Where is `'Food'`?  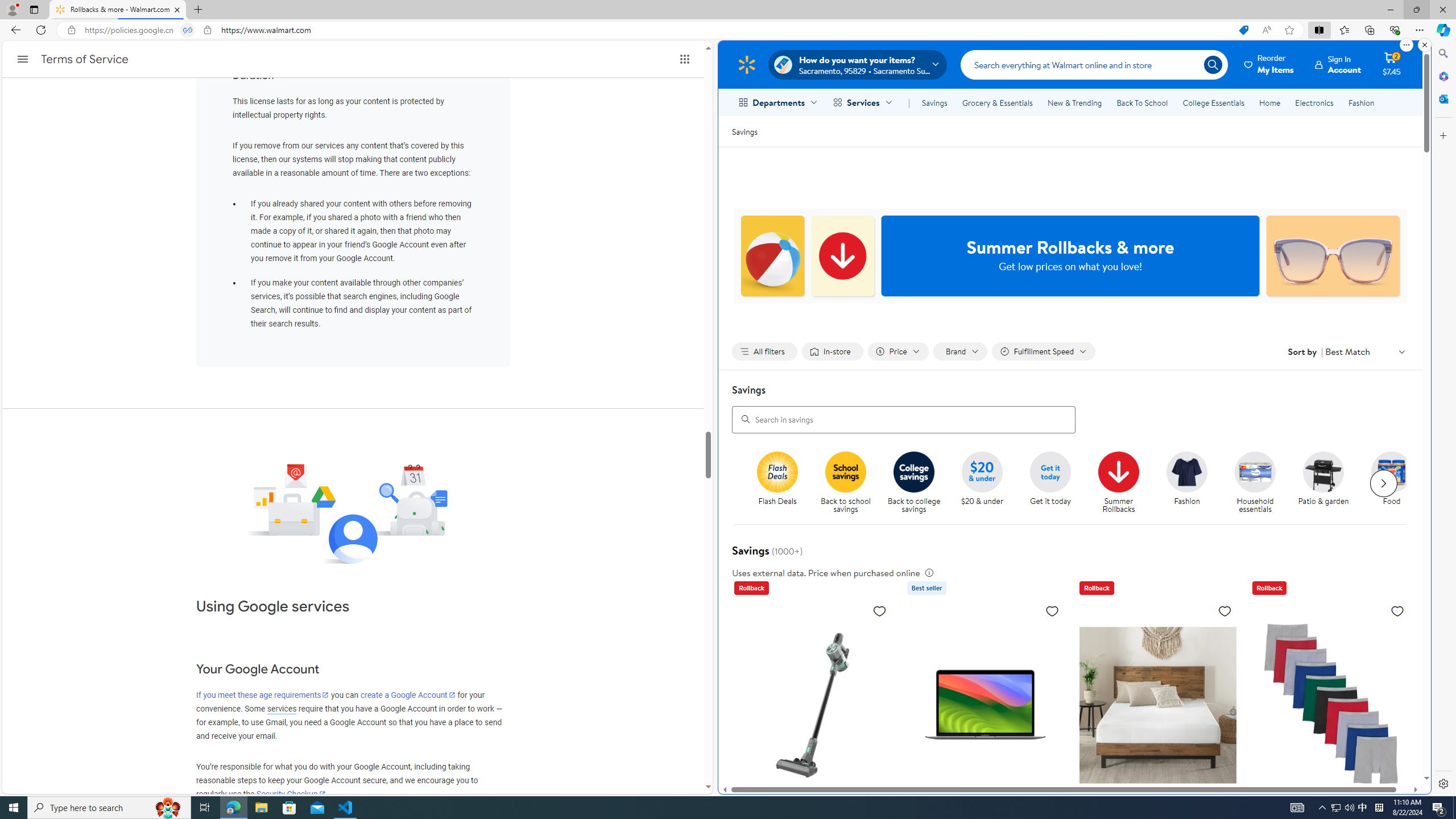
'Food' is located at coordinates (1396, 483).